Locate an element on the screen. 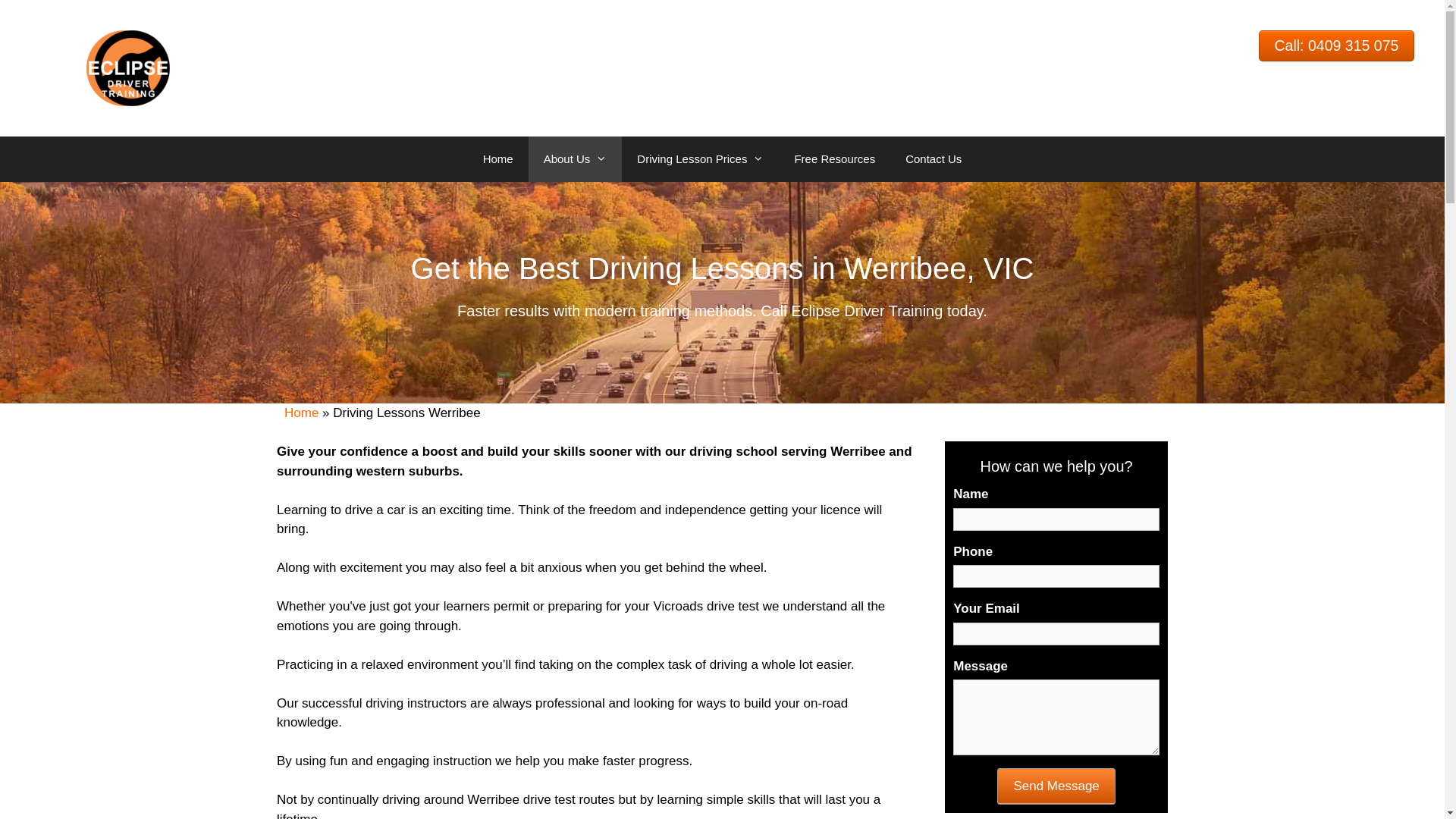  'About Us' is located at coordinates (574, 158).